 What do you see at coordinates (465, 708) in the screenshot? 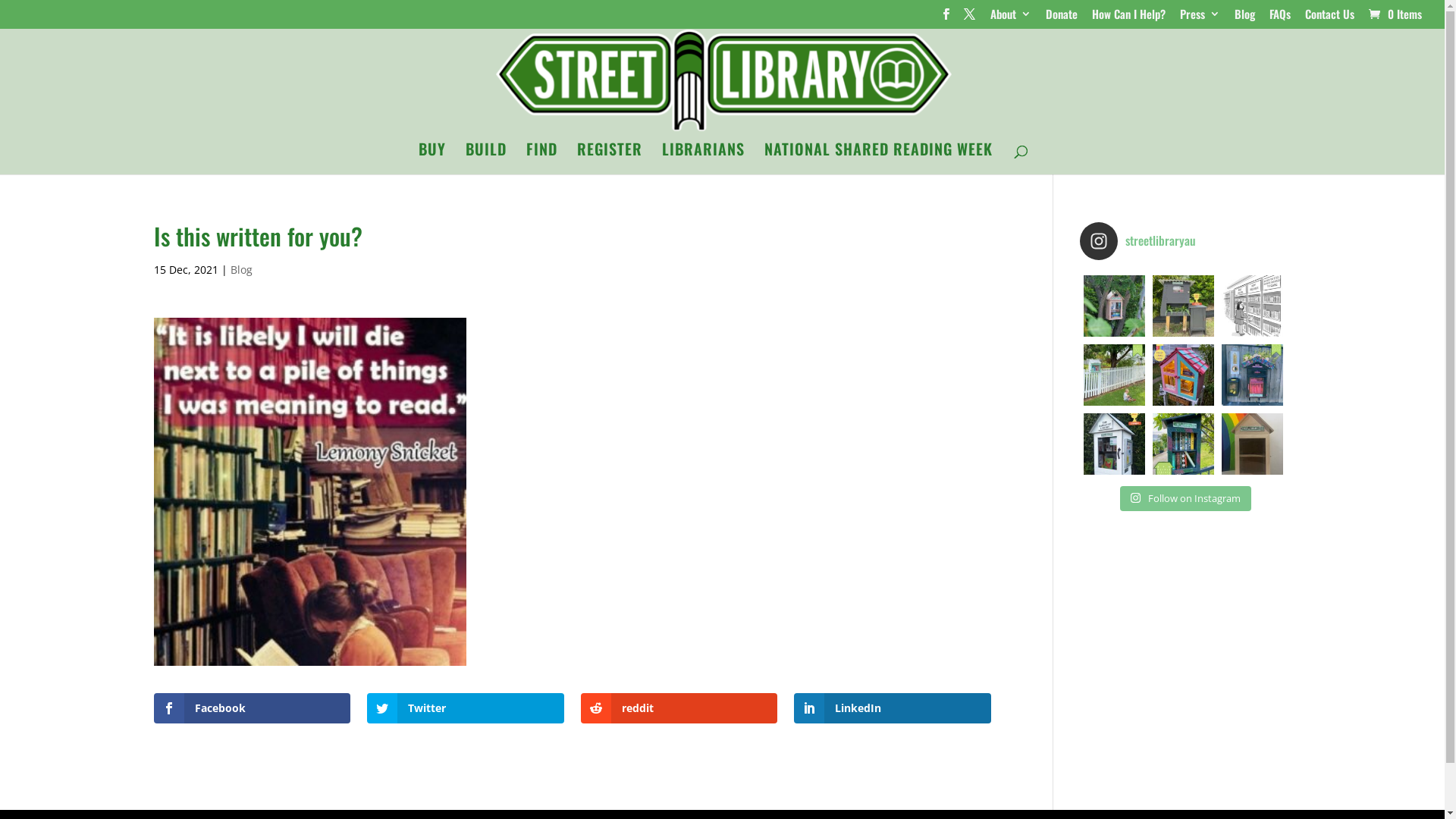
I see `'Twitter'` at bounding box center [465, 708].